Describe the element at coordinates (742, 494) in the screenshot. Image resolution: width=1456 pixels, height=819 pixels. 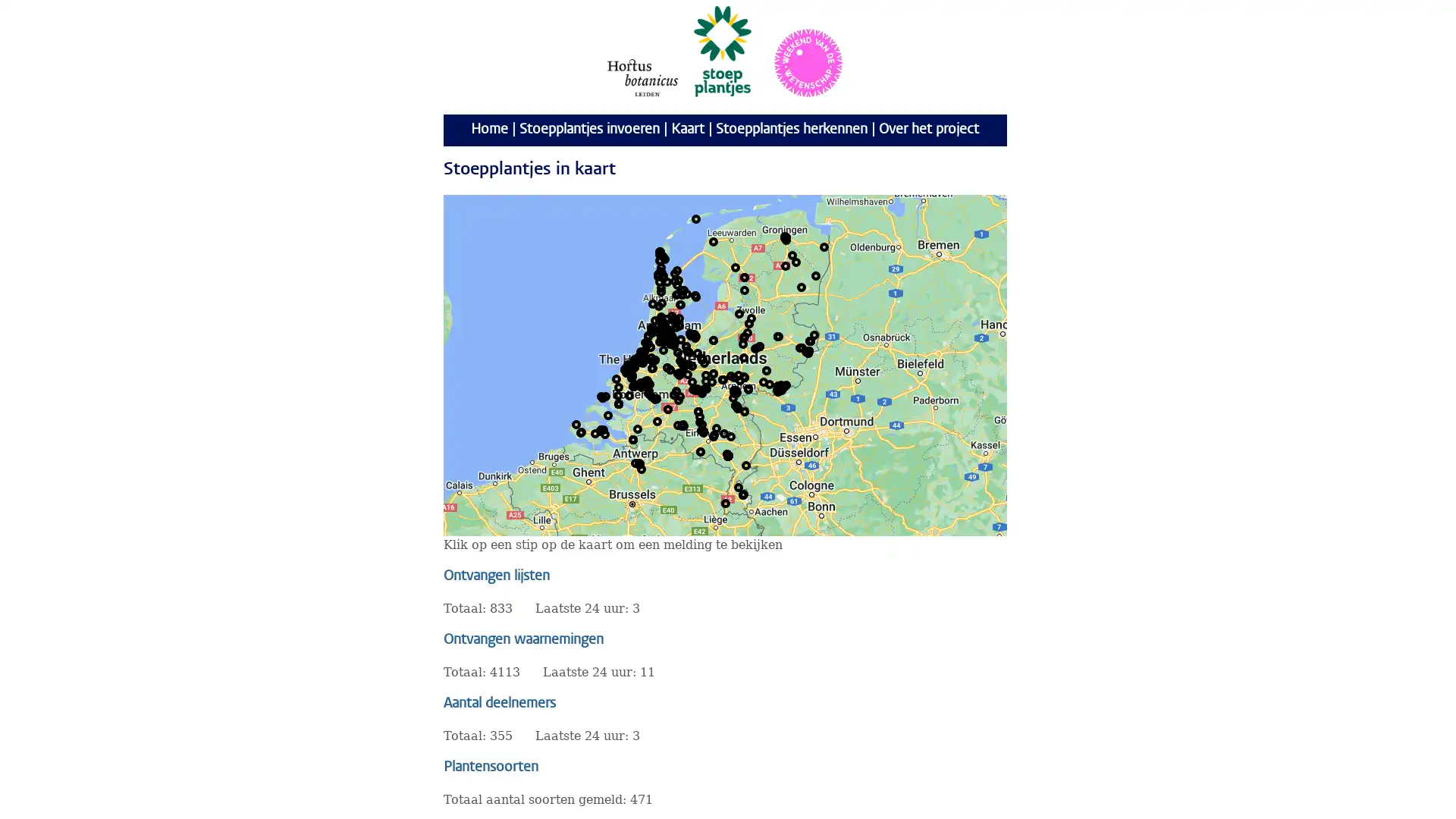
I see `Telling van Renee oudijk op 27 oktober 2021` at that location.